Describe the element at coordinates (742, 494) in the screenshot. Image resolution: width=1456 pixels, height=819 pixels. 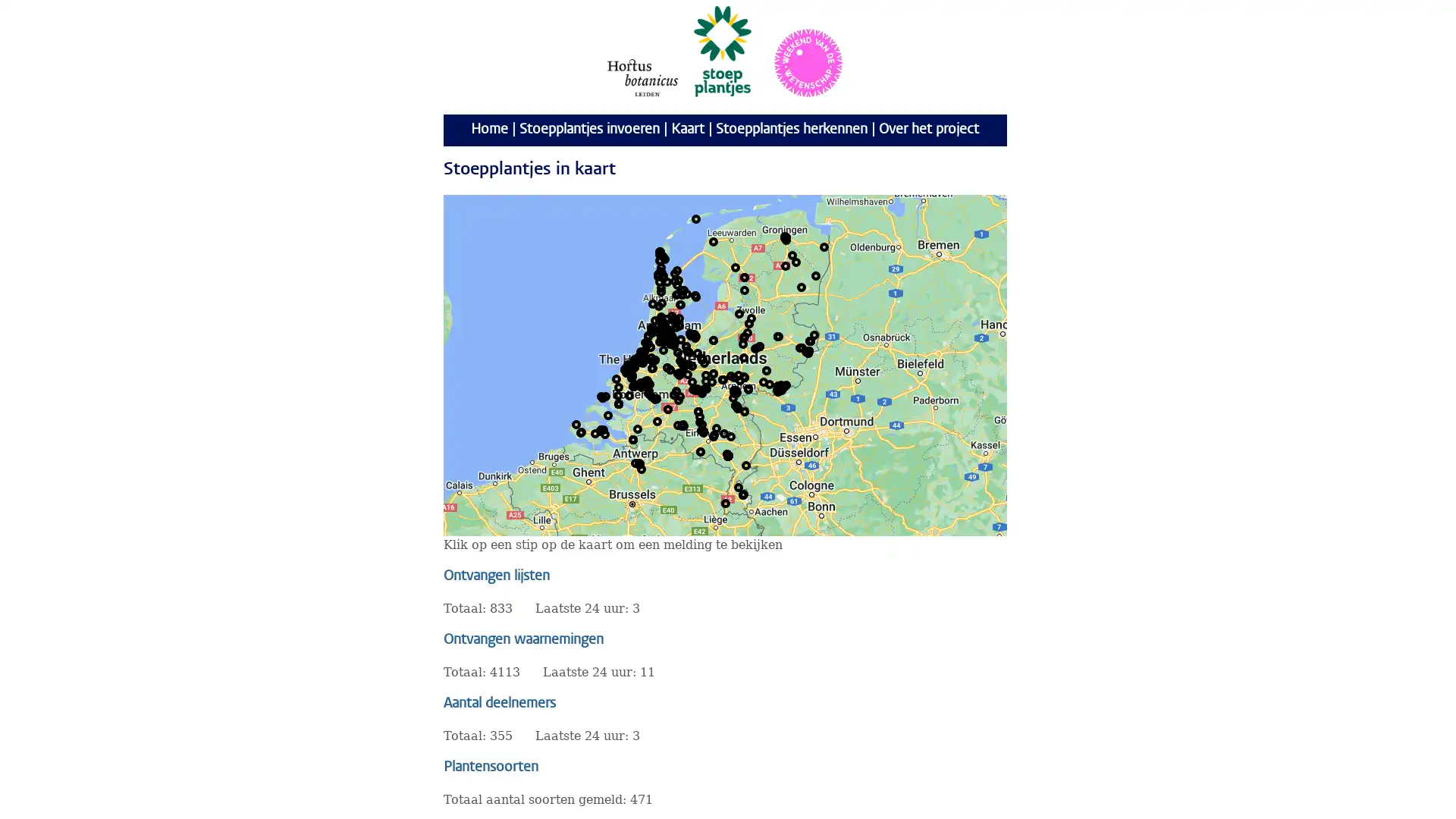
I see `Telling van Renee oudijk op 27 oktober 2021` at that location.